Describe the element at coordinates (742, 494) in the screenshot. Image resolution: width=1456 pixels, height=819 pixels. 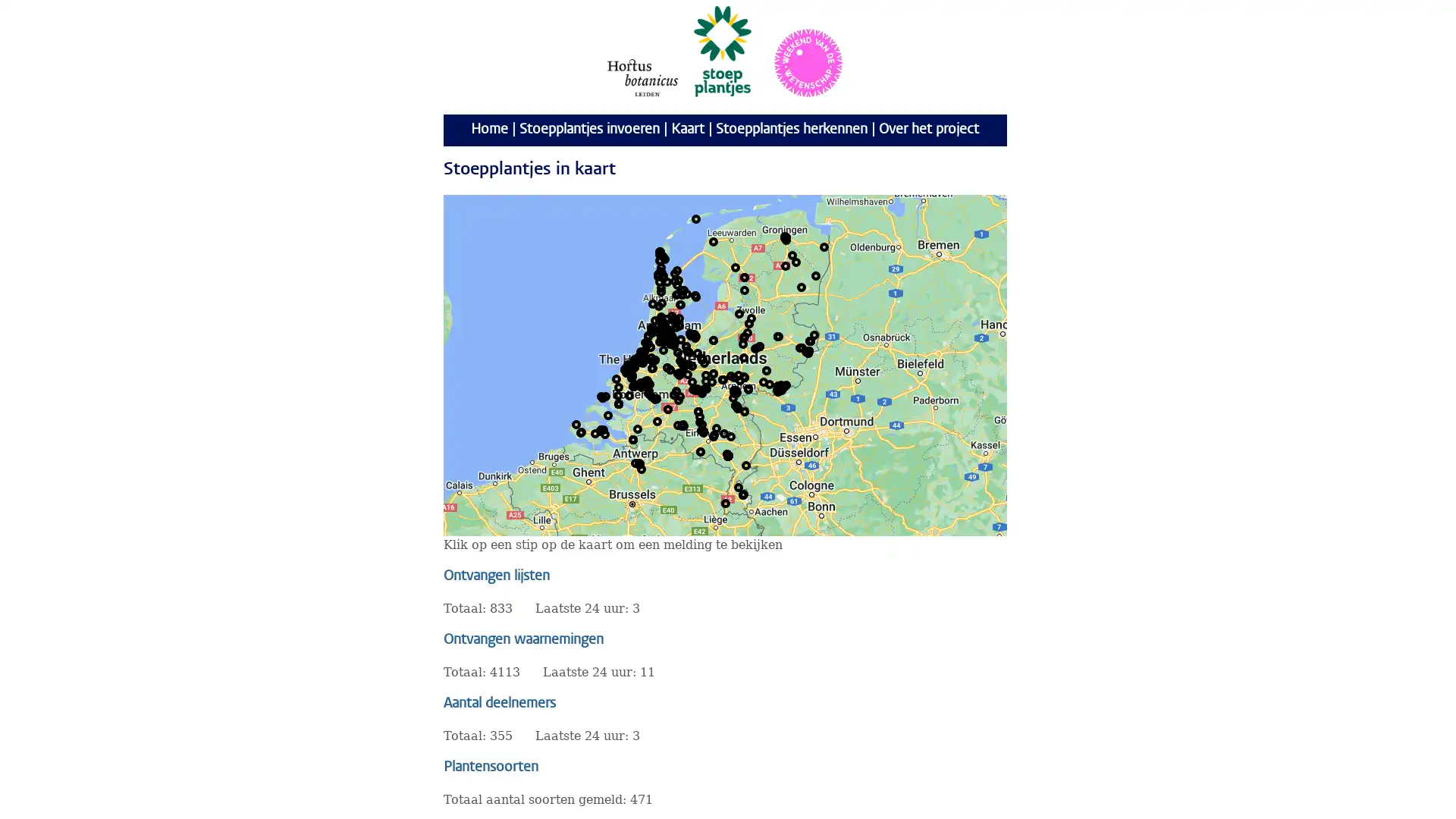
I see `Telling van Renee oudijk op 27 oktober 2021` at that location.